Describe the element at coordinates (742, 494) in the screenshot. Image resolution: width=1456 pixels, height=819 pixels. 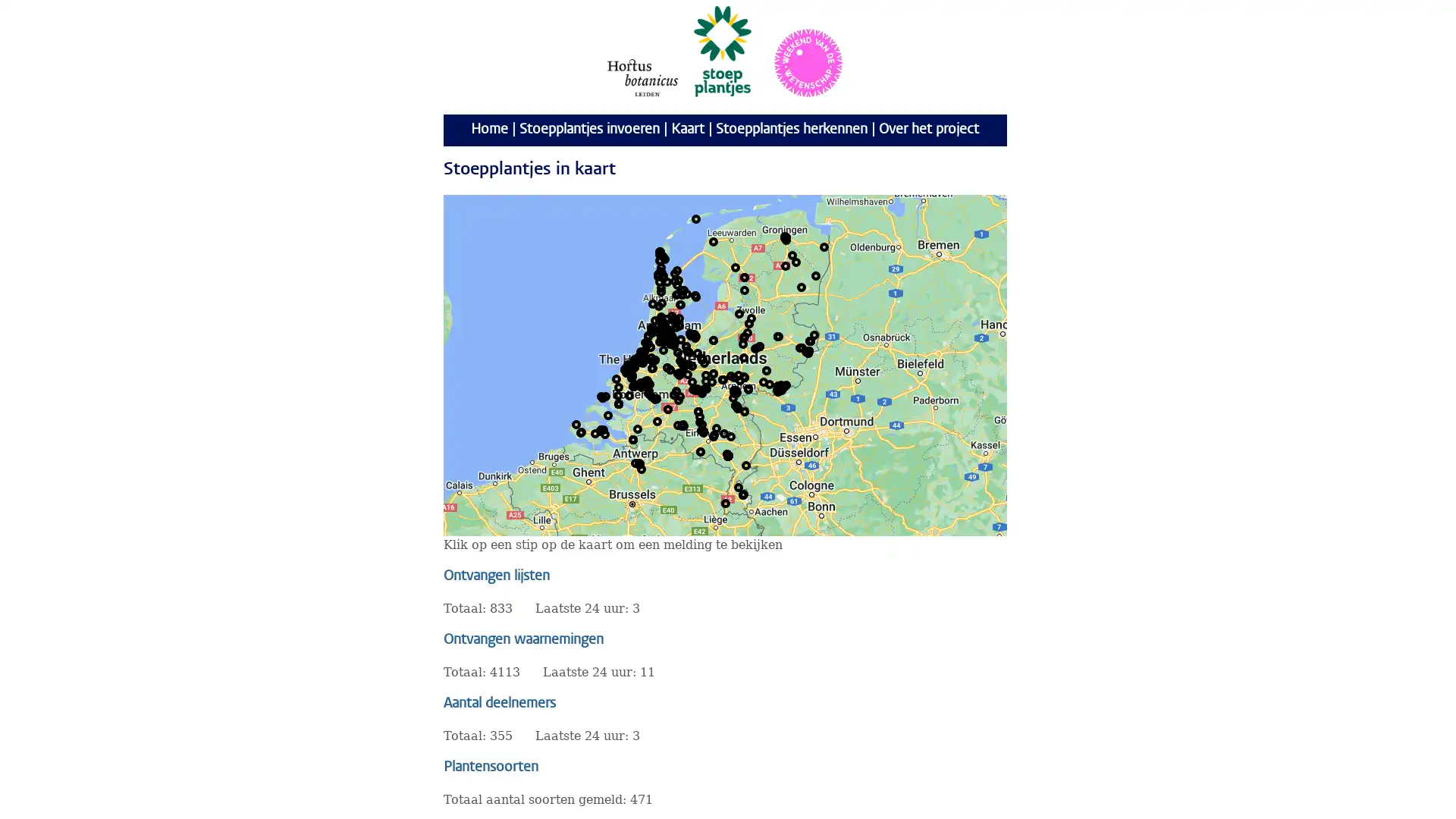
I see `Telling van Renee oudijk op 27 oktober 2021` at that location.